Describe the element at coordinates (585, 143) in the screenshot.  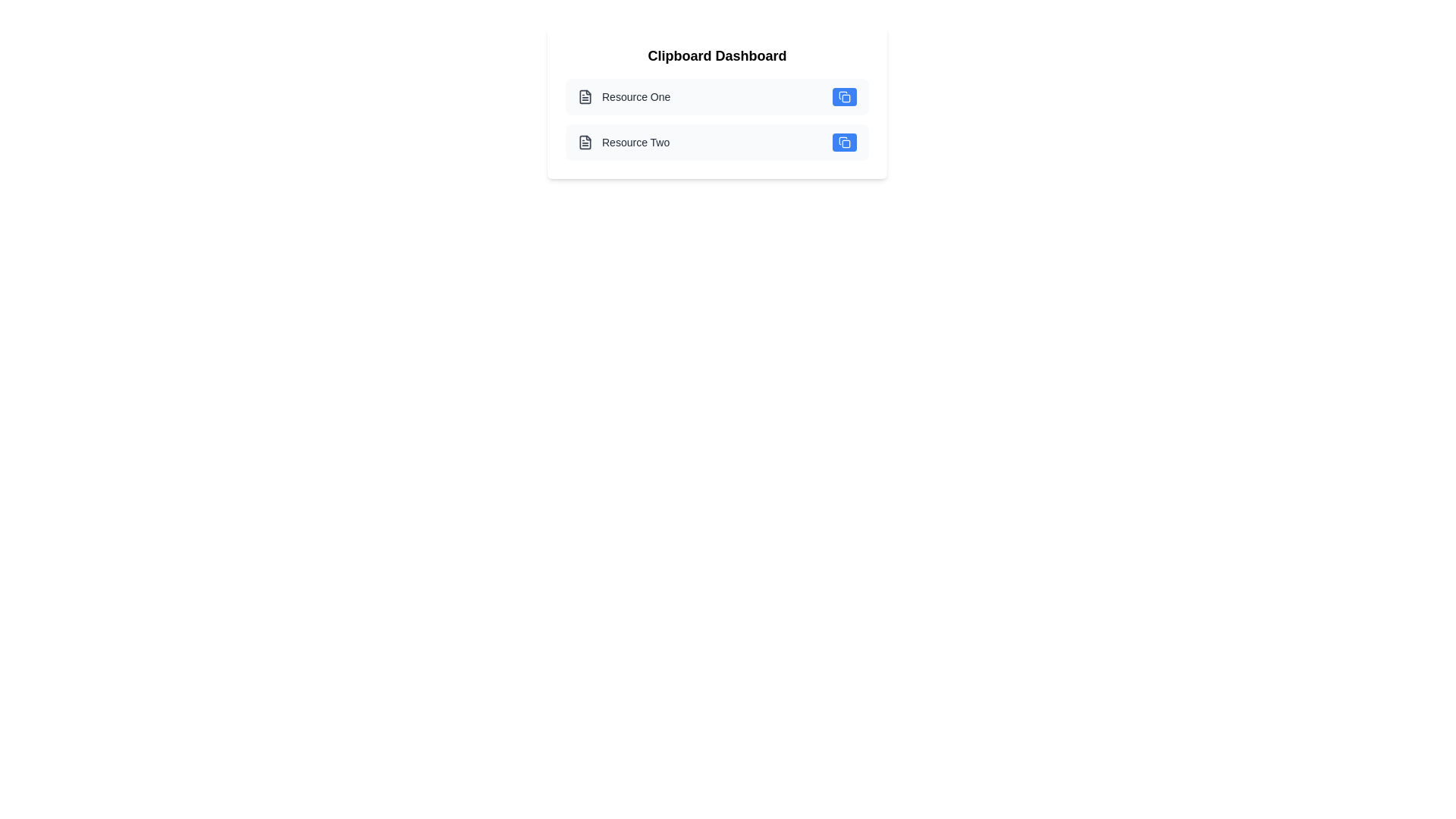
I see `the small document icon with text lines, which is the first icon under 'Resource Two' in the 'Clipboard Dashboard'` at that location.